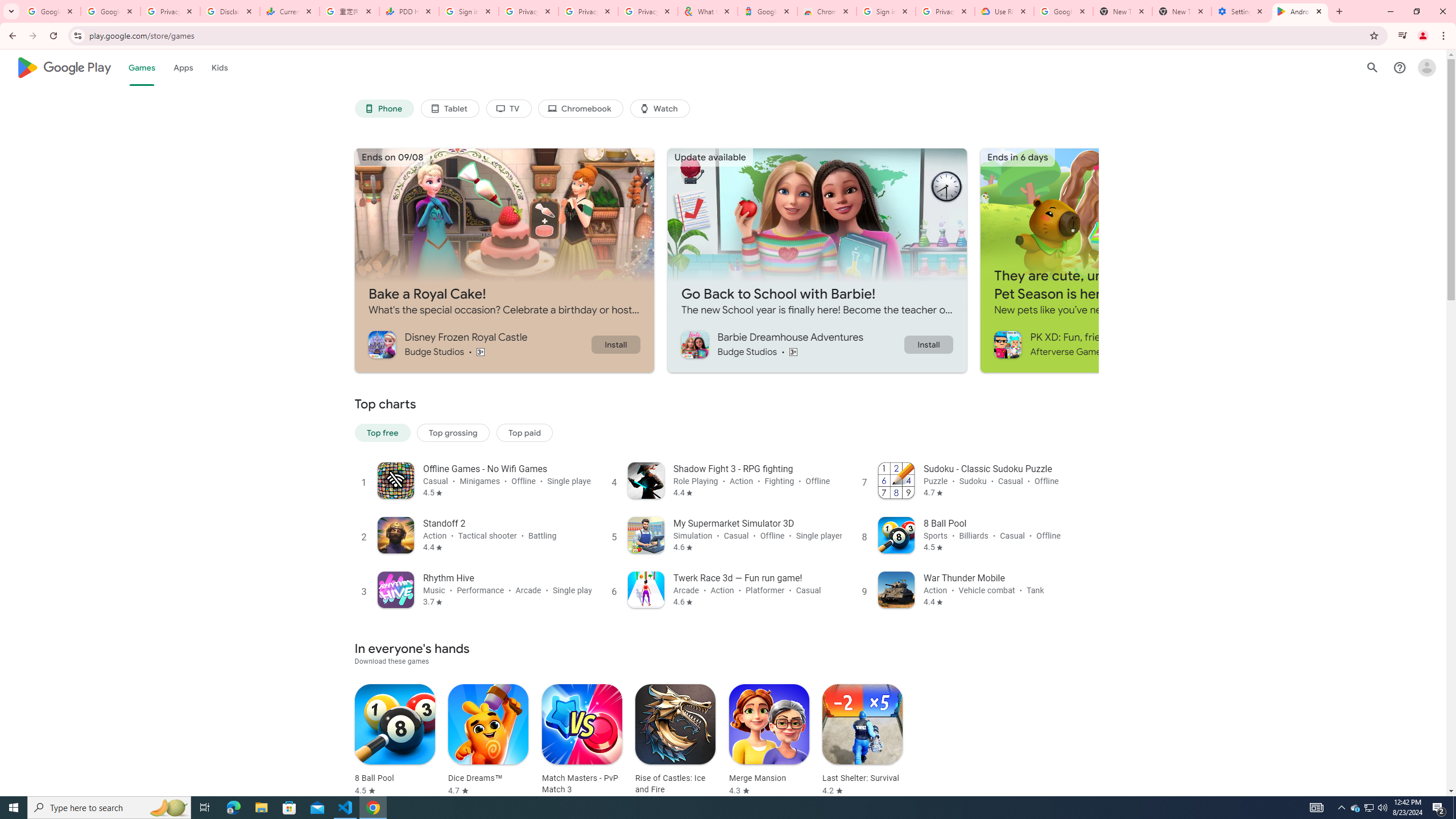 The width and height of the screenshot is (1456, 819). Describe the element at coordinates (1300, 11) in the screenshot. I see `'Android Apps on Google Play'` at that location.